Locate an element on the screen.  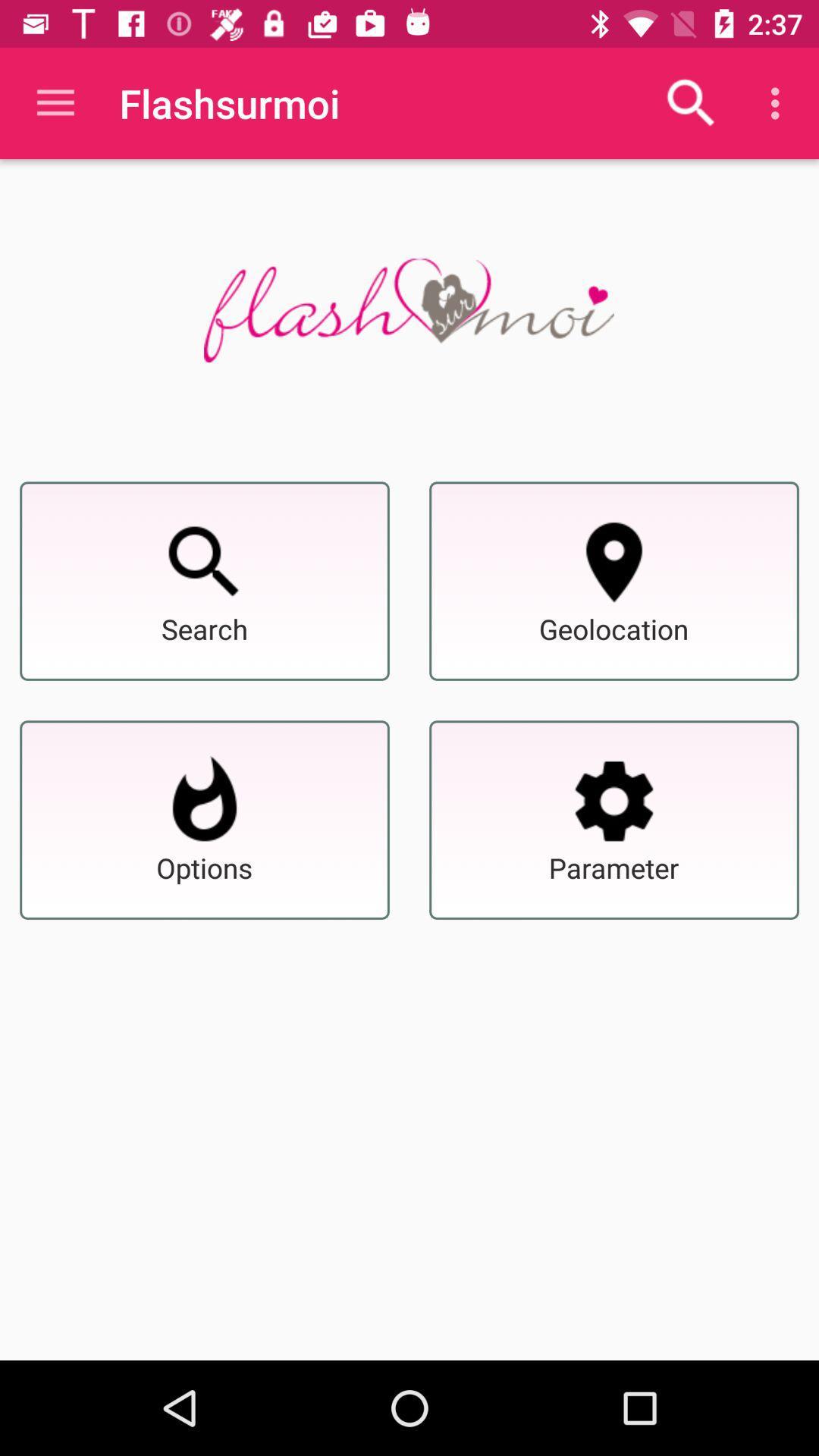
the search icon is located at coordinates (205, 561).